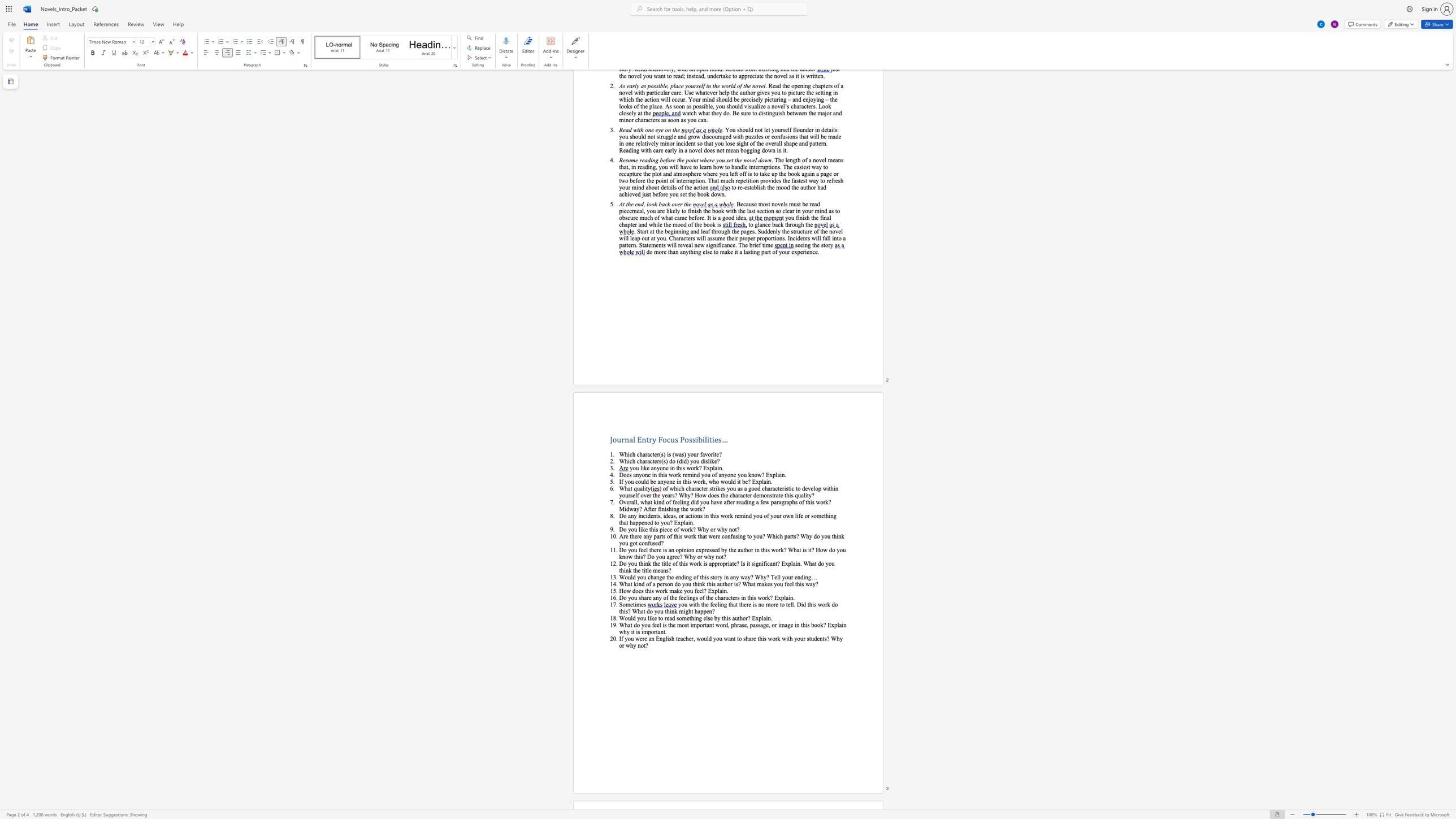 Image resolution: width=1456 pixels, height=819 pixels. Describe the element at coordinates (756, 502) in the screenshot. I see `the subset text "a few paragraphs of thi" within the text "Overall, what kind of feeling did you have after reading a few paragraphs of this work? Midway? After finishing the work?"` at that location.